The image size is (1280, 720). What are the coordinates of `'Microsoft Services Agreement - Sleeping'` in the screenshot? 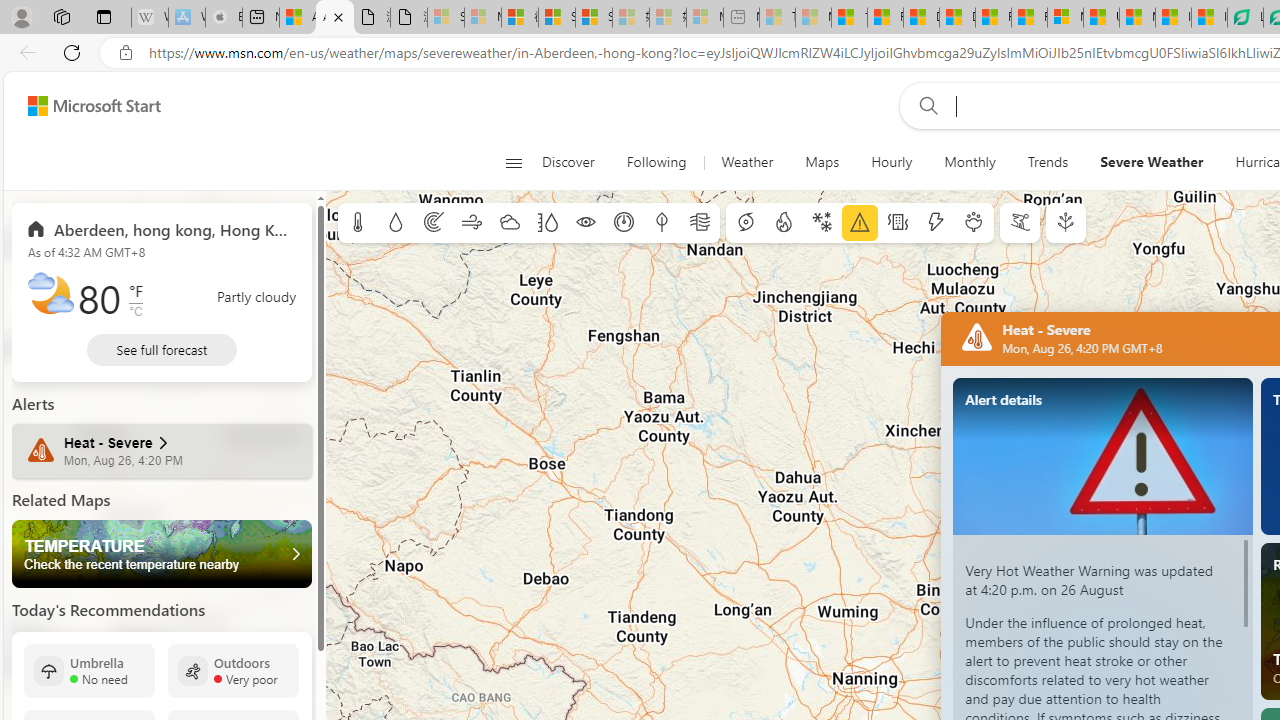 It's located at (482, 17).